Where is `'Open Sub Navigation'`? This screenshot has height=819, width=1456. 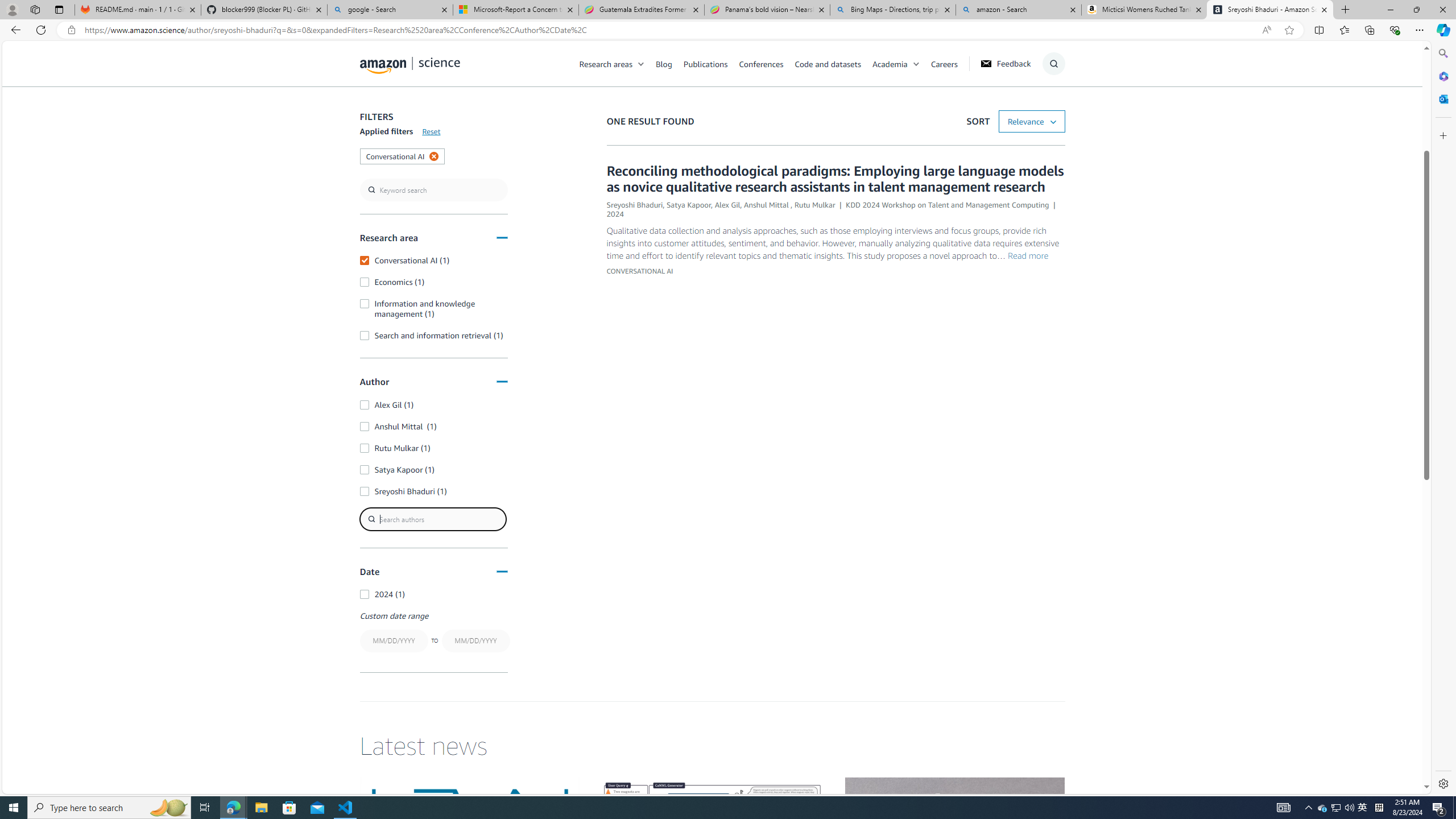
'Open Sub Navigation' is located at coordinates (916, 63).